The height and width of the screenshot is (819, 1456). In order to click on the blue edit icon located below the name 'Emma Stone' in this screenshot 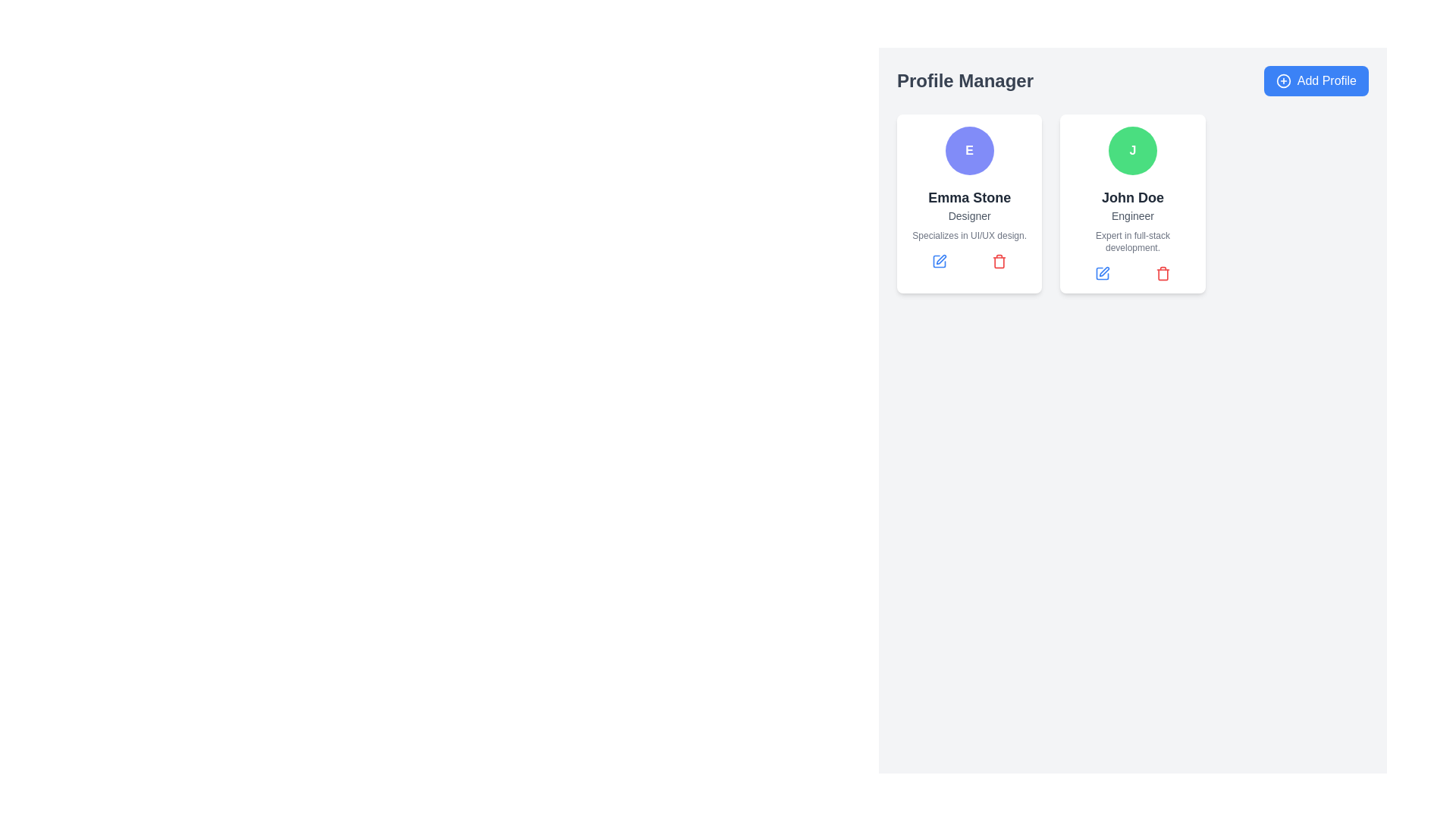, I will do `click(938, 260)`.